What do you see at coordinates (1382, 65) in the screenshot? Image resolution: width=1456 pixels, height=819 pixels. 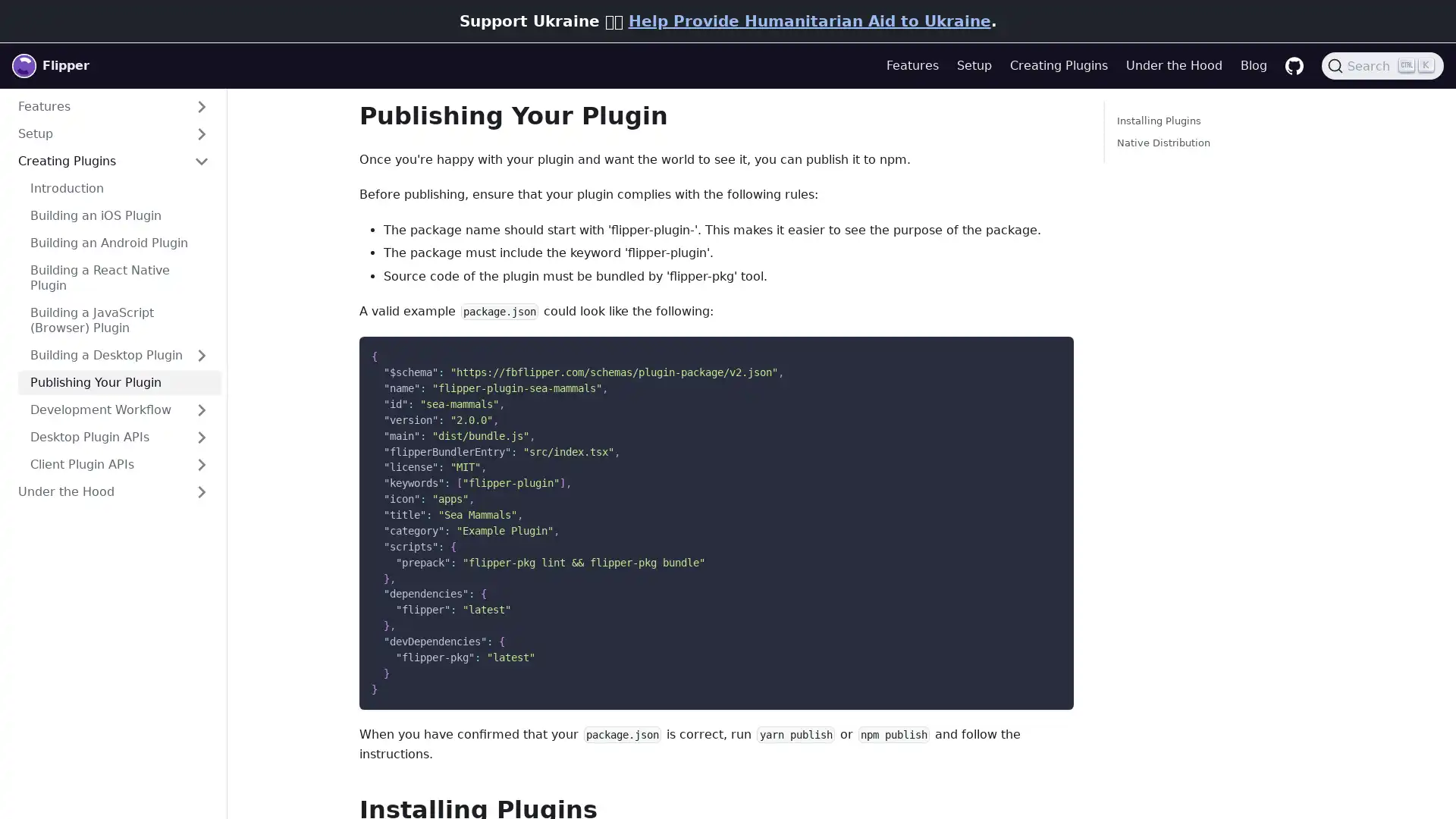 I see `Search` at bounding box center [1382, 65].